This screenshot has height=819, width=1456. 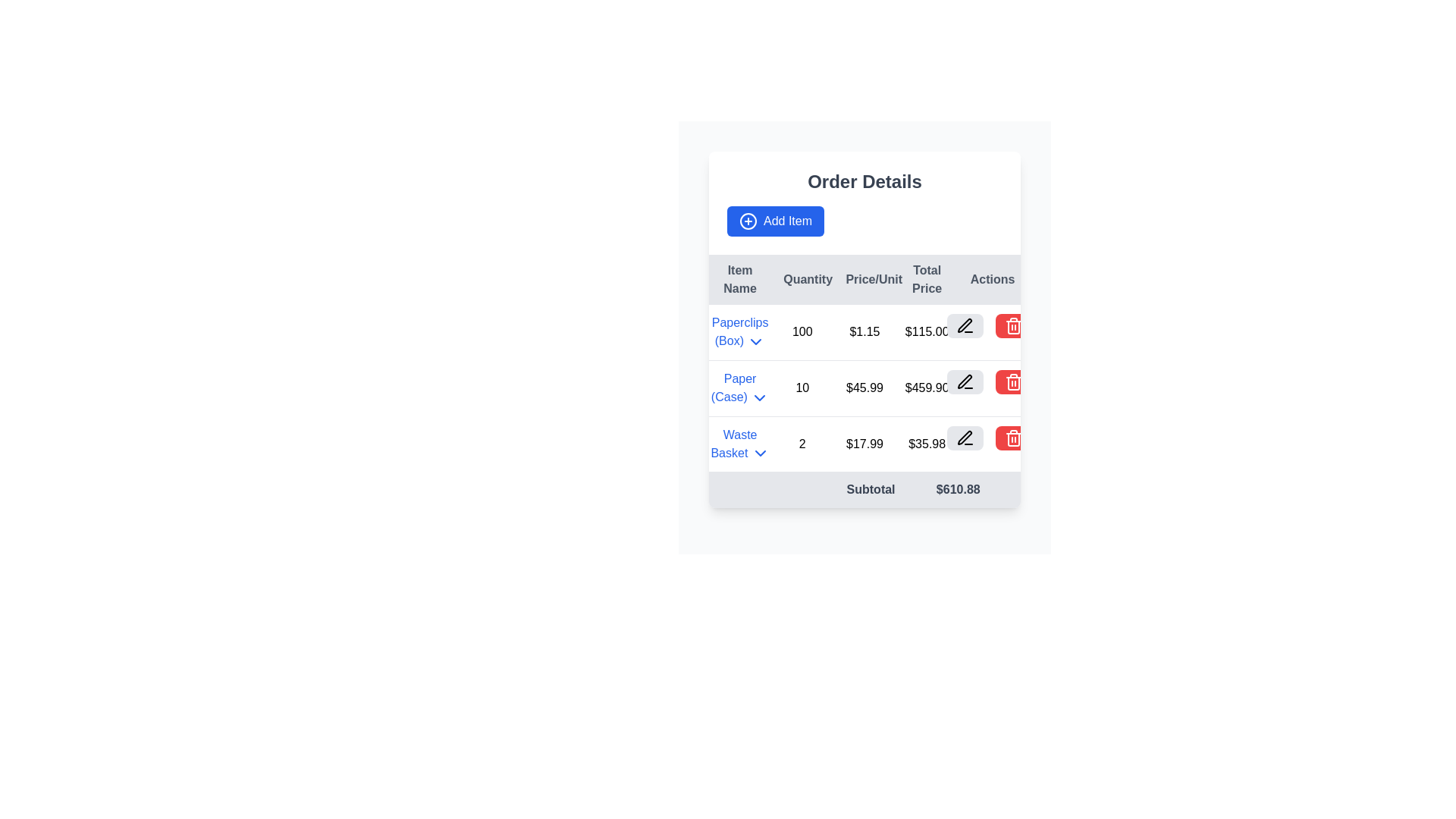 What do you see at coordinates (864, 490) in the screenshot?
I see `text content displayed in the Text Display with Summary Information located at the bottom of the table layout, which shows the subtotal cost of the items listed` at bounding box center [864, 490].